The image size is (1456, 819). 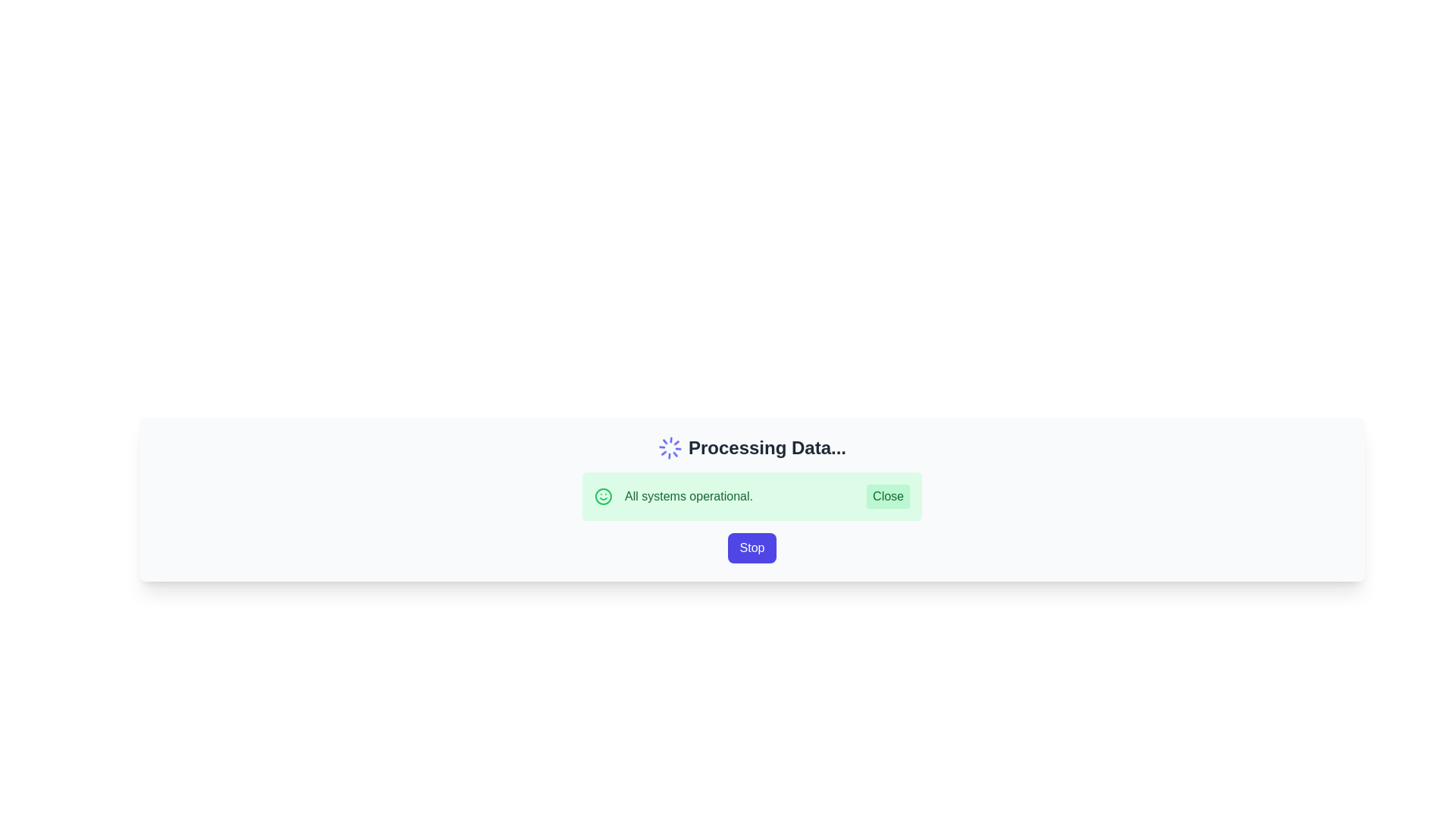 What do you see at coordinates (752, 548) in the screenshot?
I see `the 'Stop' button, which is a dark indigo rectangular button with rounded corners containing white text, to change its color` at bounding box center [752, 548].